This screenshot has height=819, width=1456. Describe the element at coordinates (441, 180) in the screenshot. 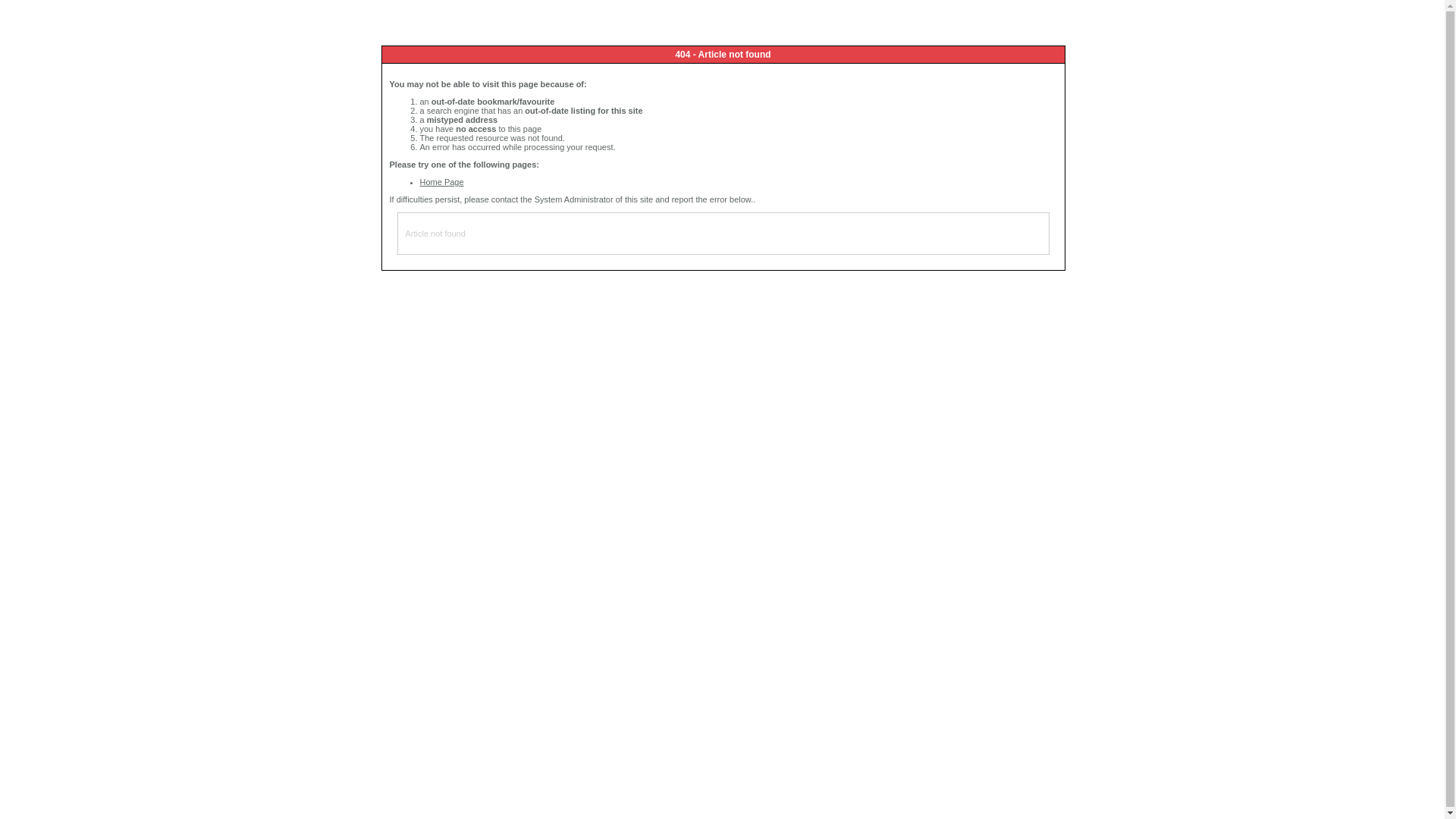

I see `'Home Page'` at that location.